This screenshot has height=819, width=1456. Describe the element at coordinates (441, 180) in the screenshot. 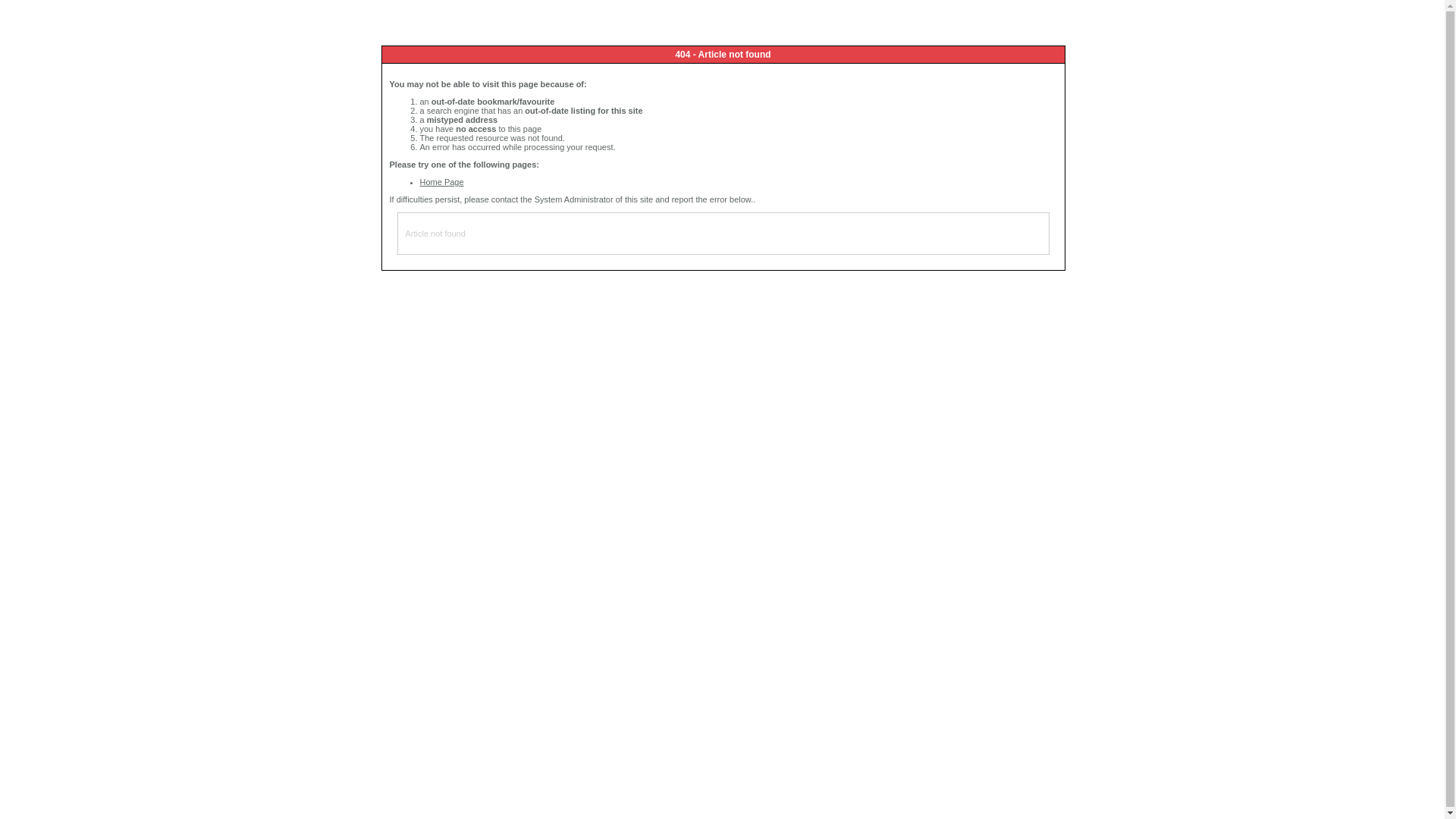

I see `'Home Page'` at that location.